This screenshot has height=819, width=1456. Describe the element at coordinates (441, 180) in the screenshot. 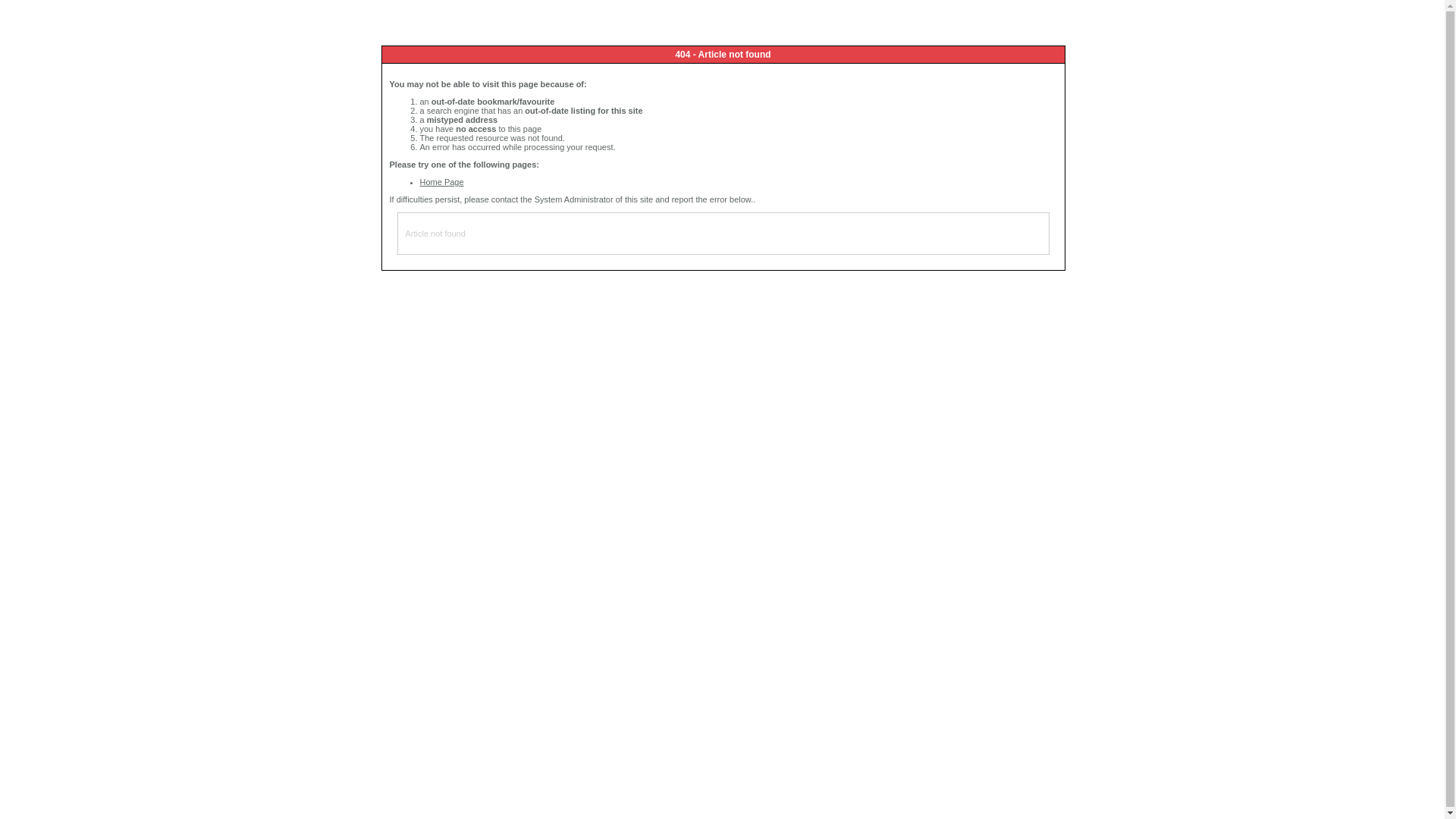

I see `'Home Page'` at that location.